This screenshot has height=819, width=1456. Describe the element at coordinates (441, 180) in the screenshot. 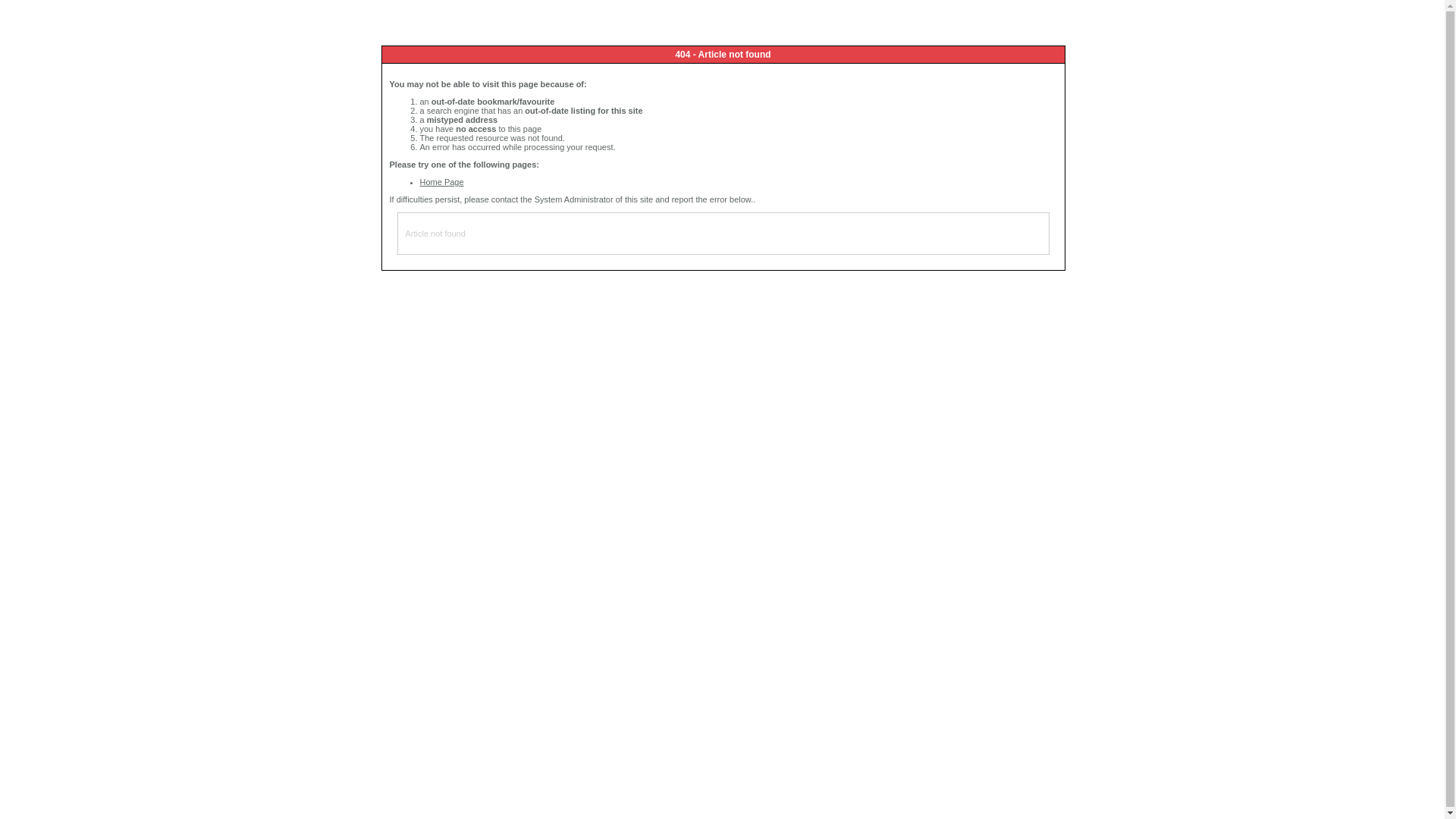

I see `'Home Page'` at that location.